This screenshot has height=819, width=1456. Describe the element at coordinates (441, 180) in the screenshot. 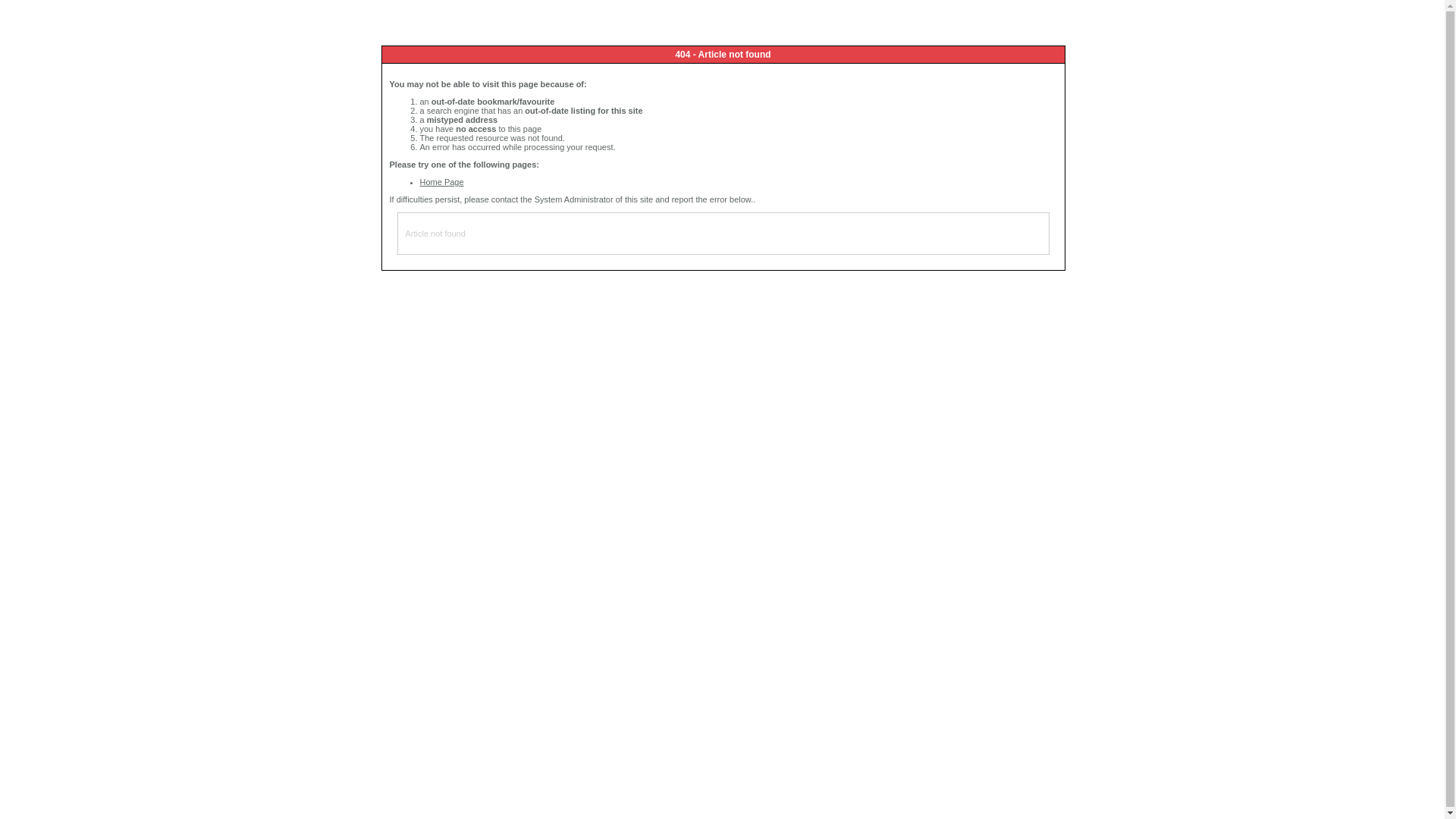

I see `'Home Page'` at that location.